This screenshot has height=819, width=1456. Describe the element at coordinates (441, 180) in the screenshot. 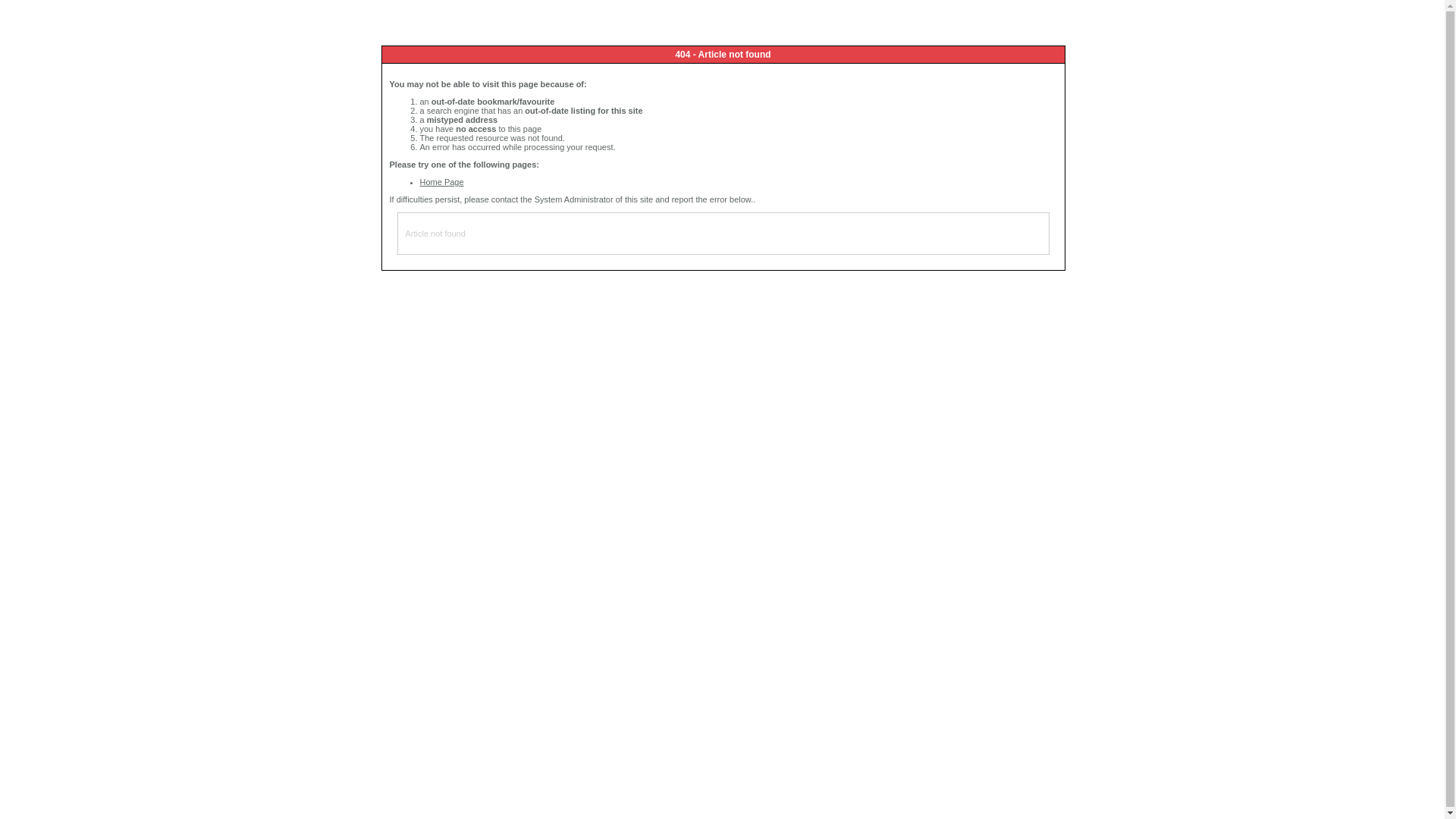

I see `'Home Page'` at that location.